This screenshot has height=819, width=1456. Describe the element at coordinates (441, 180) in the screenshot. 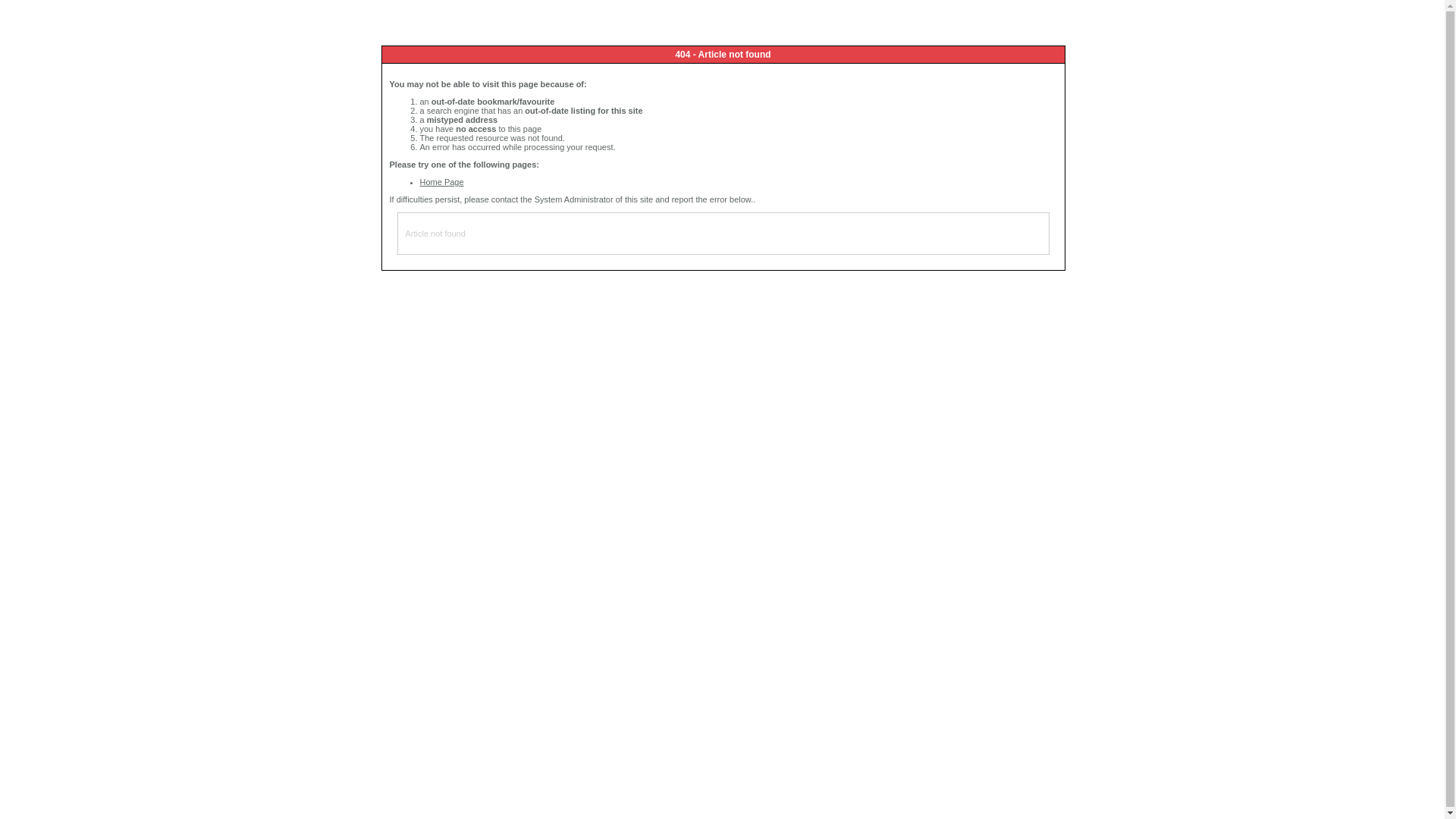

I see `'Home Page'` at that location.